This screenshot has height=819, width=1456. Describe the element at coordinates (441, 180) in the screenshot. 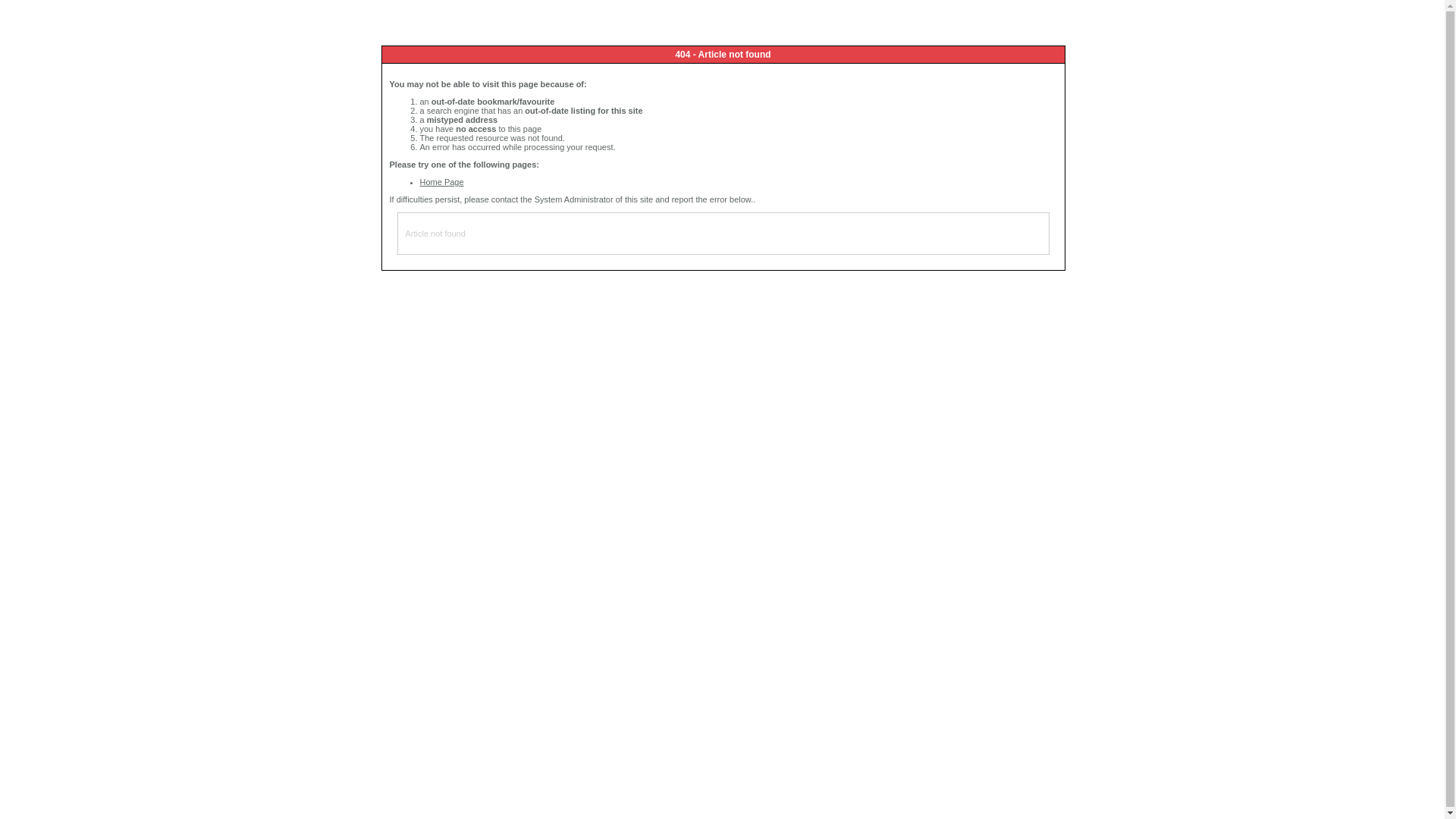

I see `'Home Page'` at that location.